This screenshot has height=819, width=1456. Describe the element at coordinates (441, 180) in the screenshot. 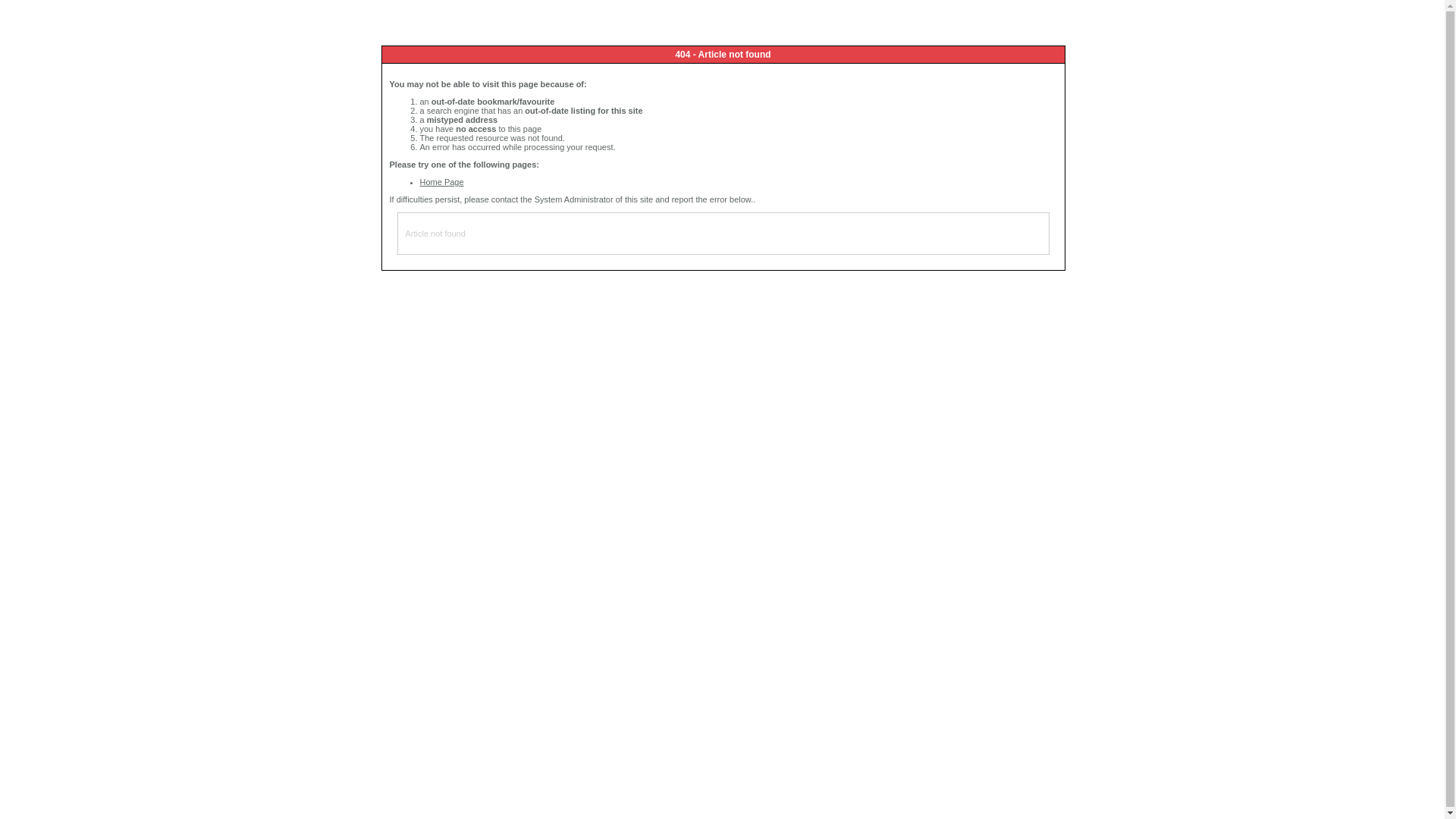

I see `'Home Page'` at that location.